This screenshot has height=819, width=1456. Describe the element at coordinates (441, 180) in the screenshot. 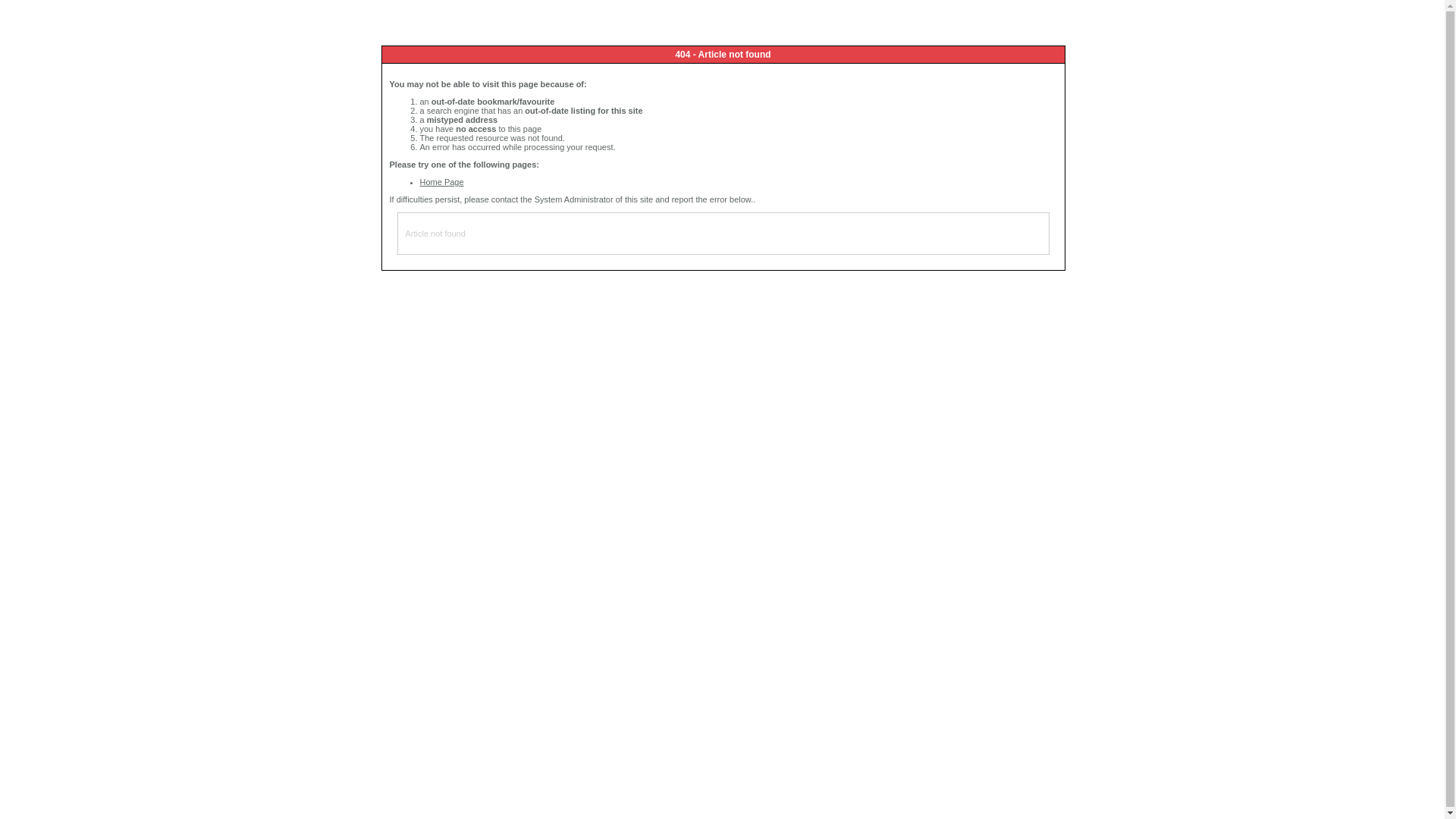

I see `'Home Page'` at that location.